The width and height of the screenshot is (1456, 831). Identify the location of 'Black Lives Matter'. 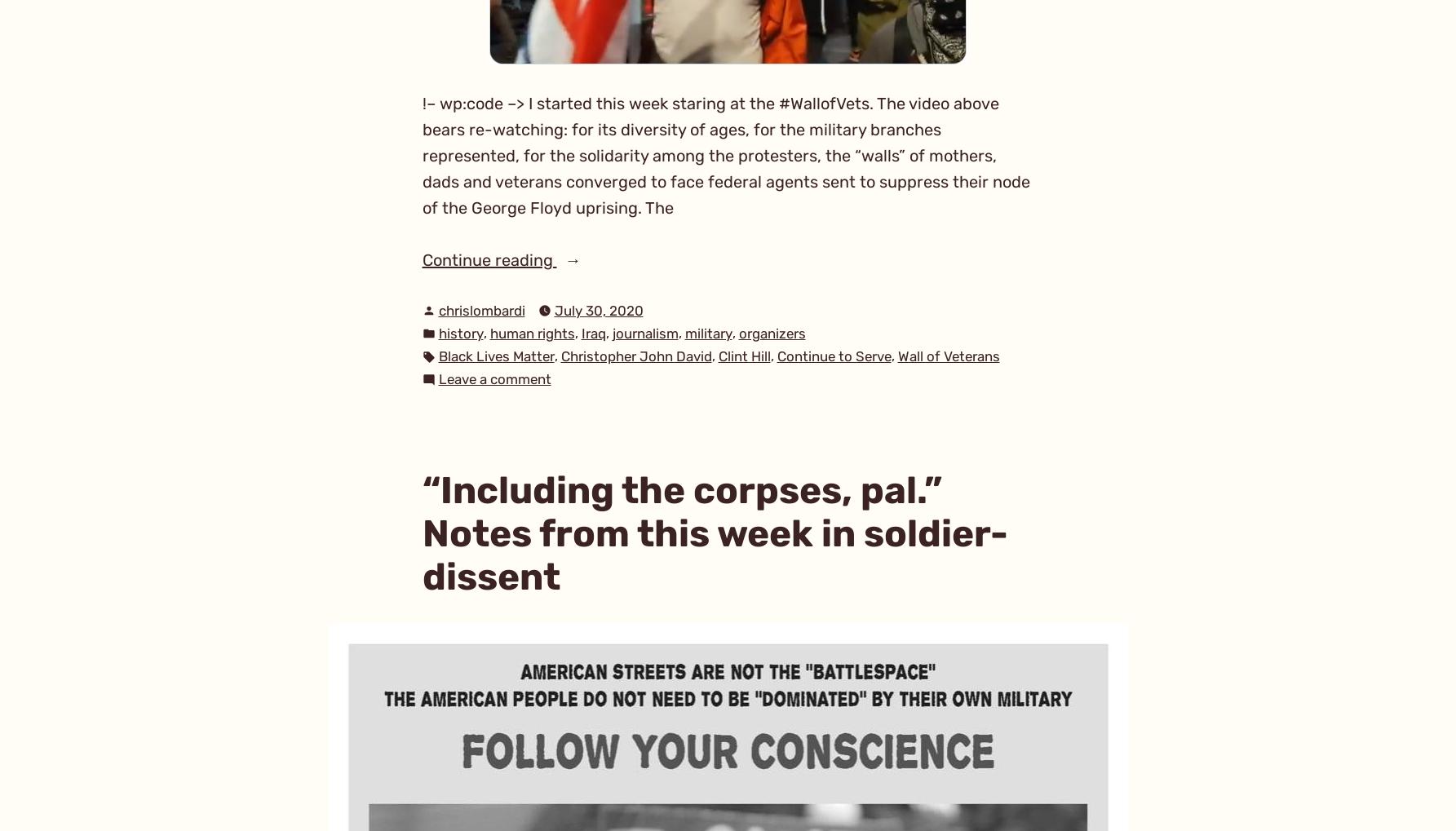
(495, 356).